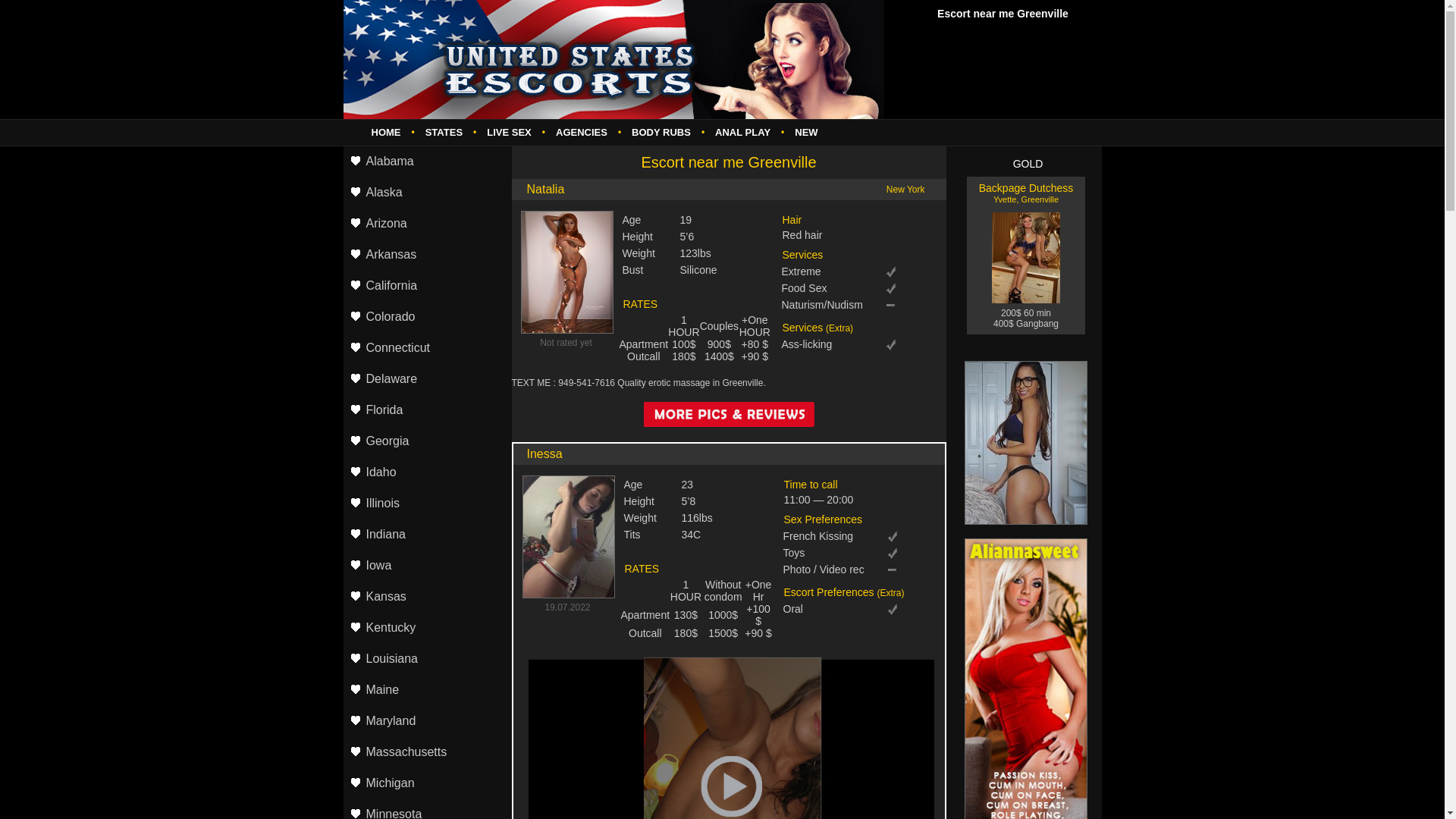 The width and height of the screenshot is (1456, 819). What do you see at coordinates (661, 131) in the screenshot?
I see `'BODY RUBS'` at bounding box center [661, 131].